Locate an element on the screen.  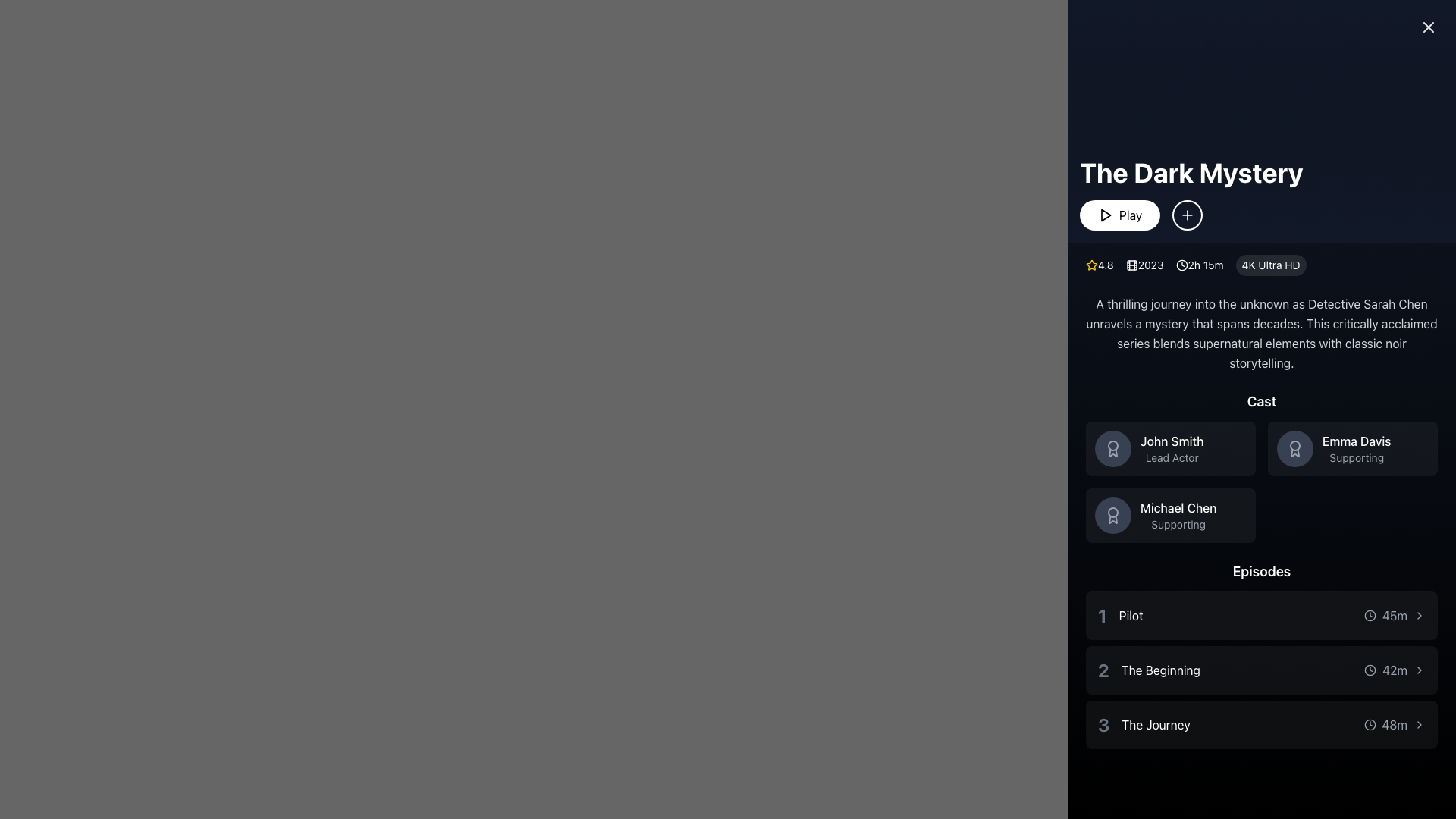
the 'Play' button, which contains a triangular play icon and the text 'Play', to initiate playback for 'The Dark Mystery' is located at coordinates (1106, 215).